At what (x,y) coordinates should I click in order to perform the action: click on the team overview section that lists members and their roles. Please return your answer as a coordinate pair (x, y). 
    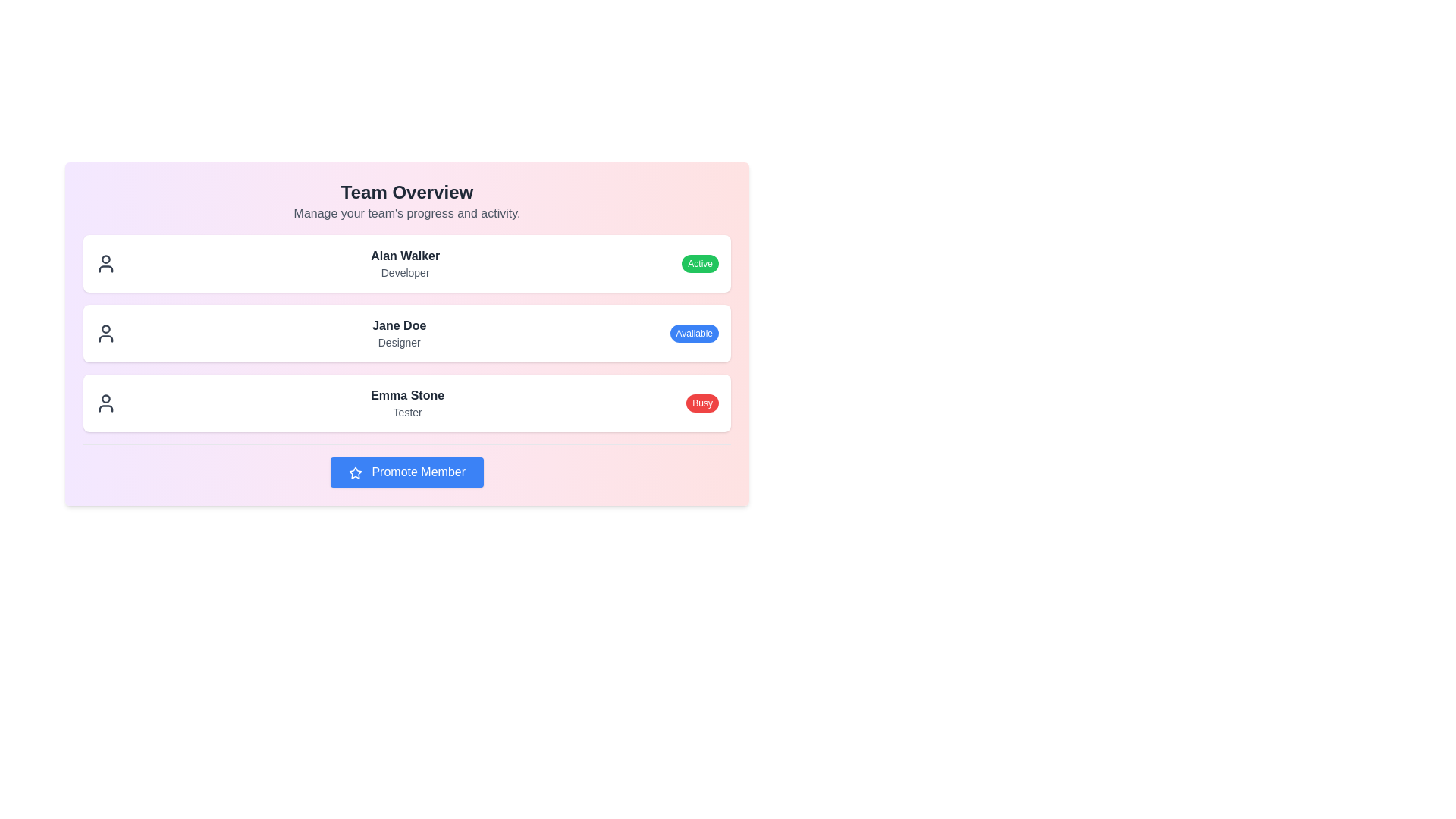
    Looking at the image, I should click on (407, 332).